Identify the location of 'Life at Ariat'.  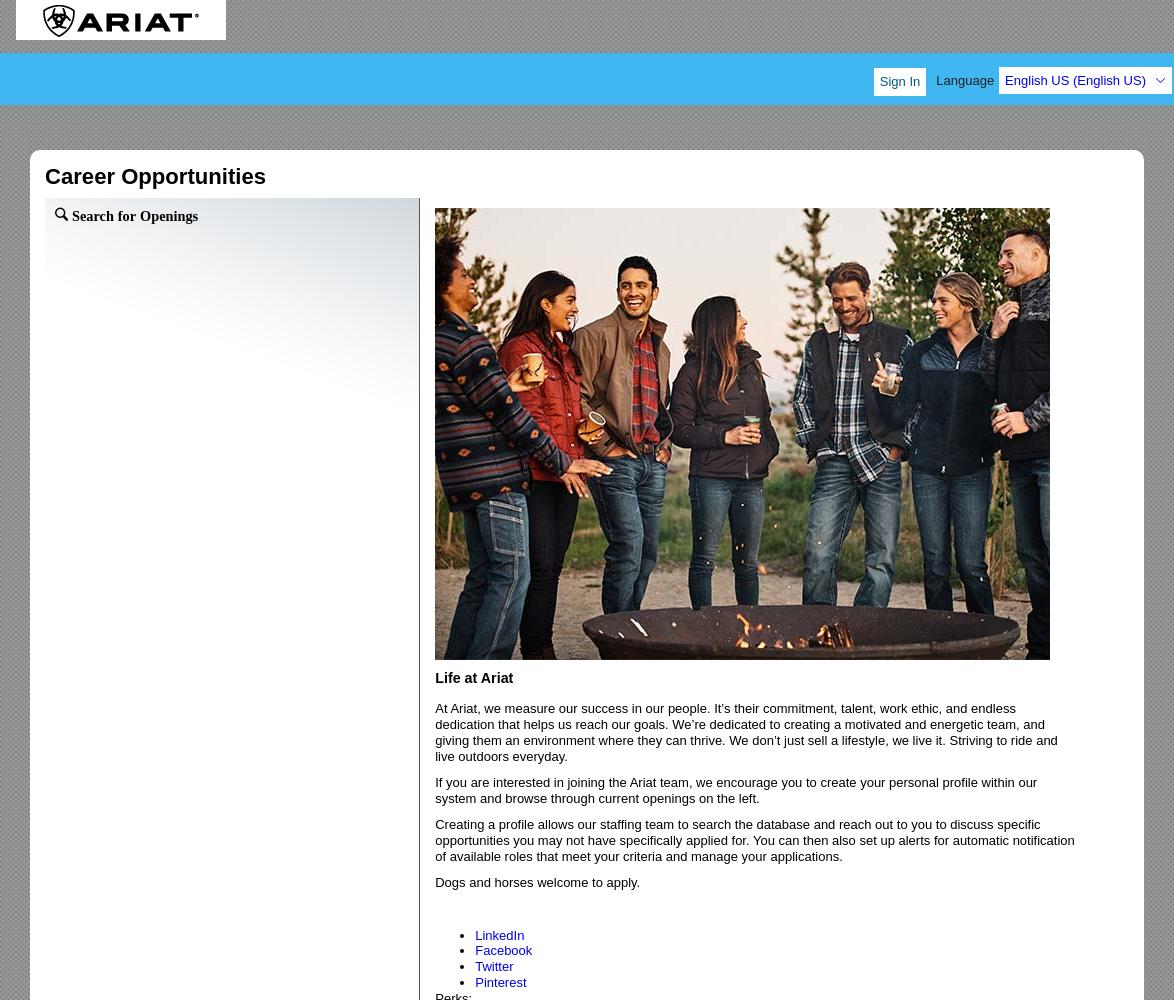
(433, 678).